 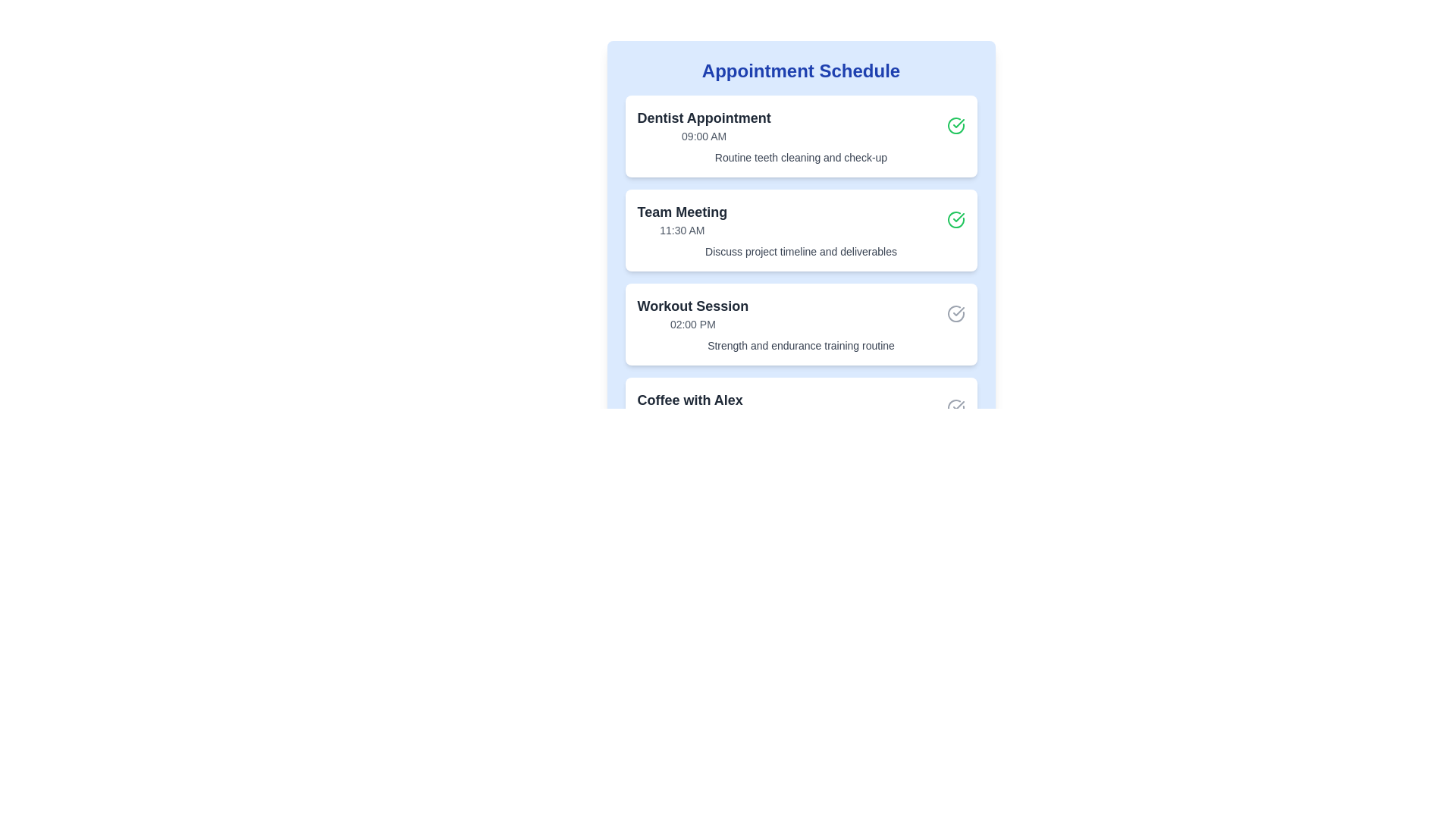 What do you see at coordinates (957, 122) in the screenshot?
I see `the checkmark icon inside the green circular outline, which is located to the right of the 'Team Meeting' entry, representing task completion` at bounding box center [957, 122].